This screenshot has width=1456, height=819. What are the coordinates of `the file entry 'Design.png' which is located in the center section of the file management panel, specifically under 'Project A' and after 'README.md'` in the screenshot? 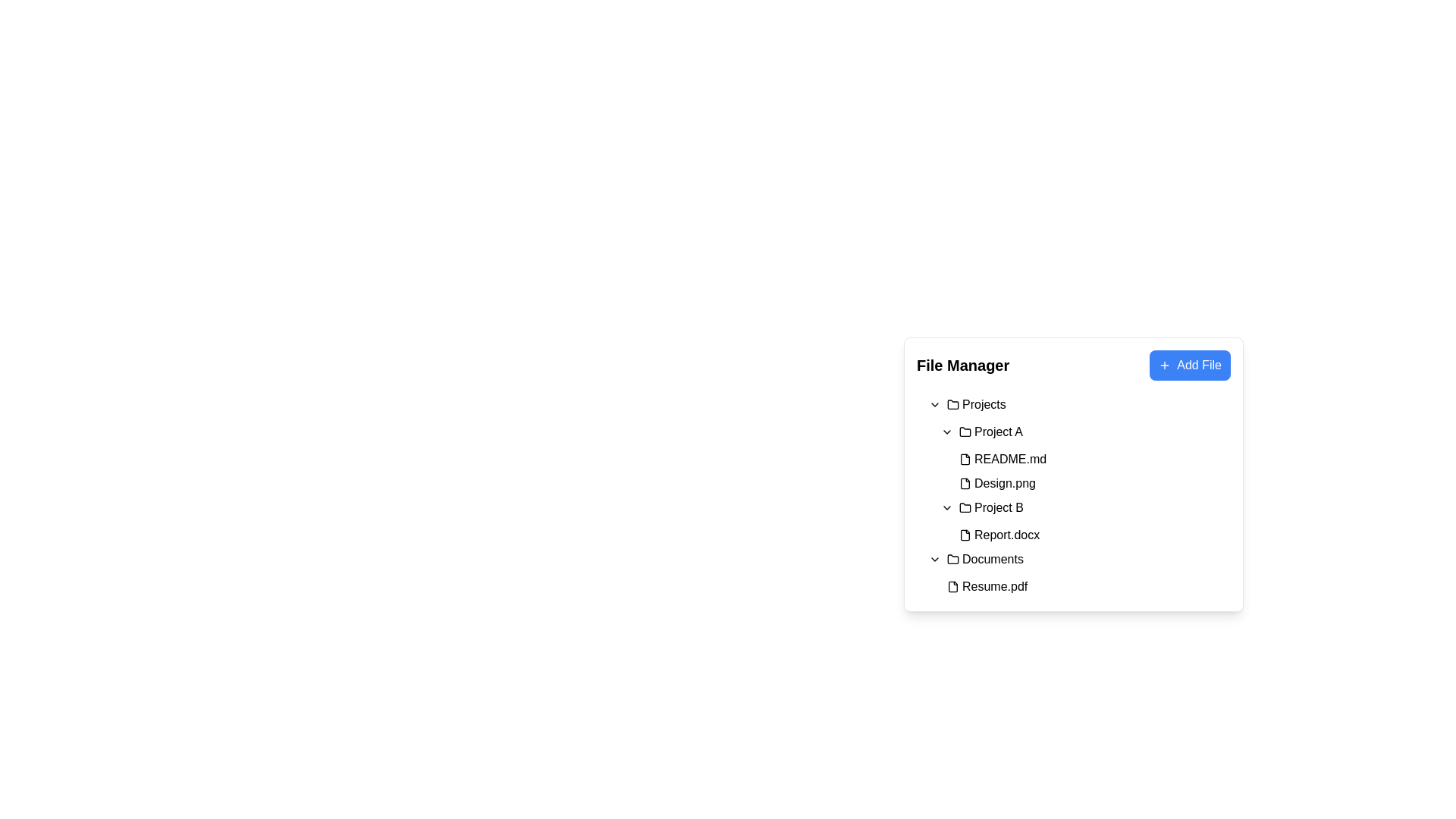 It's located at (1092, 483).